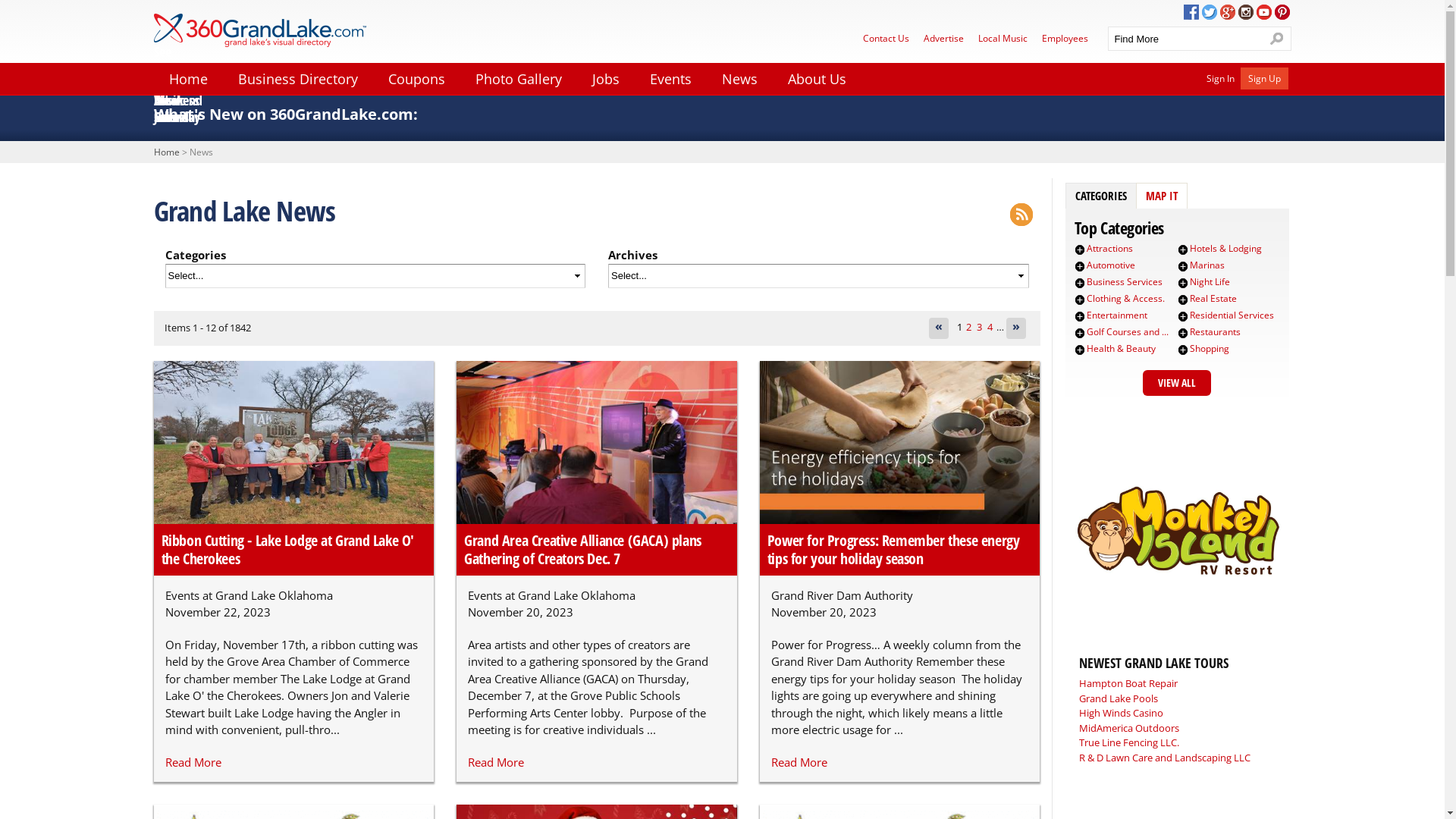 The image size is (1456, 819). What do you see at coordinates (979, 326) in the screenshot?
I see `'3'` at bounding box center [979, 326].